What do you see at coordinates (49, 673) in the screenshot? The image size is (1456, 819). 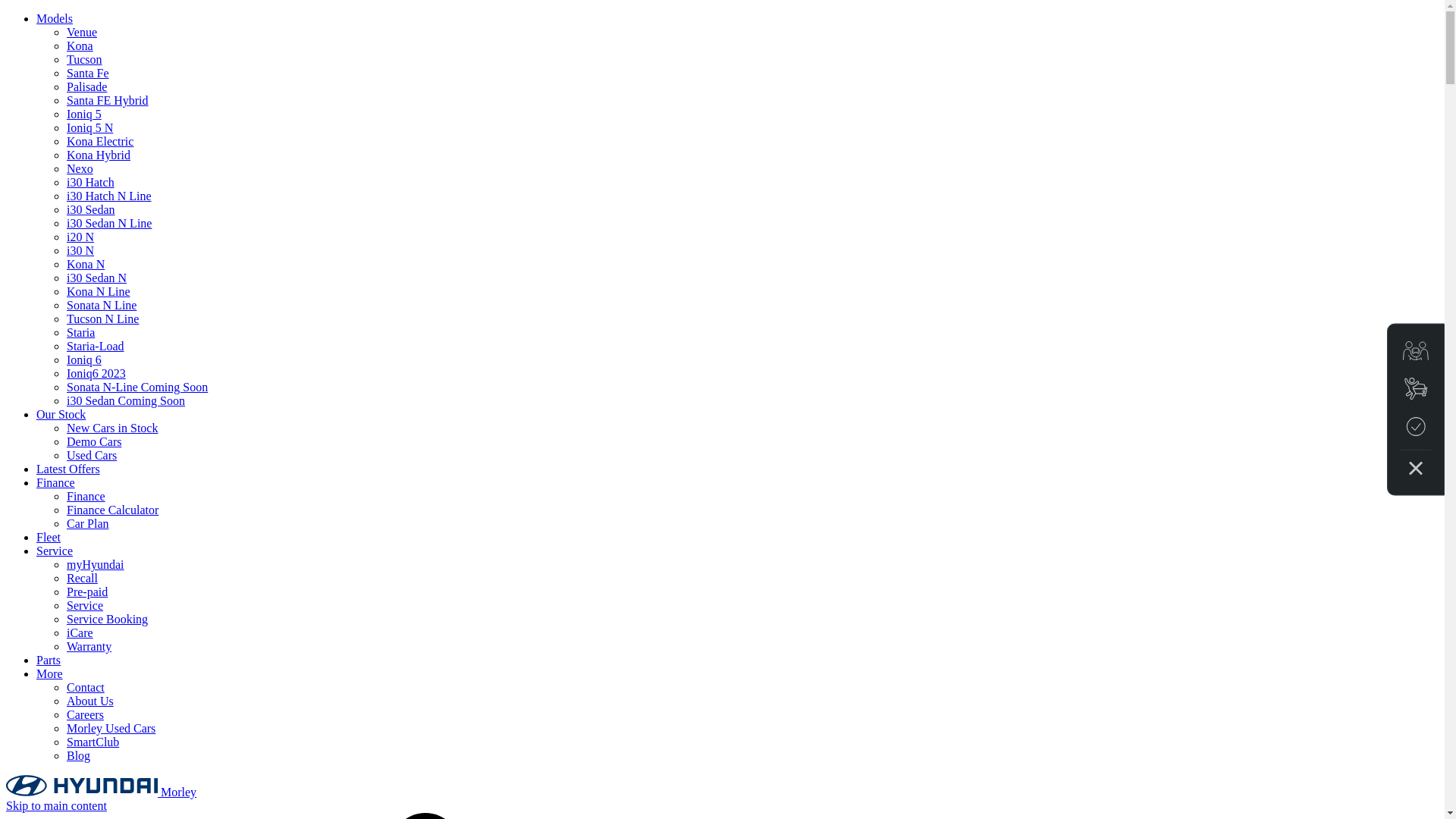 I see `'More'` at bounding box center [49, 673].